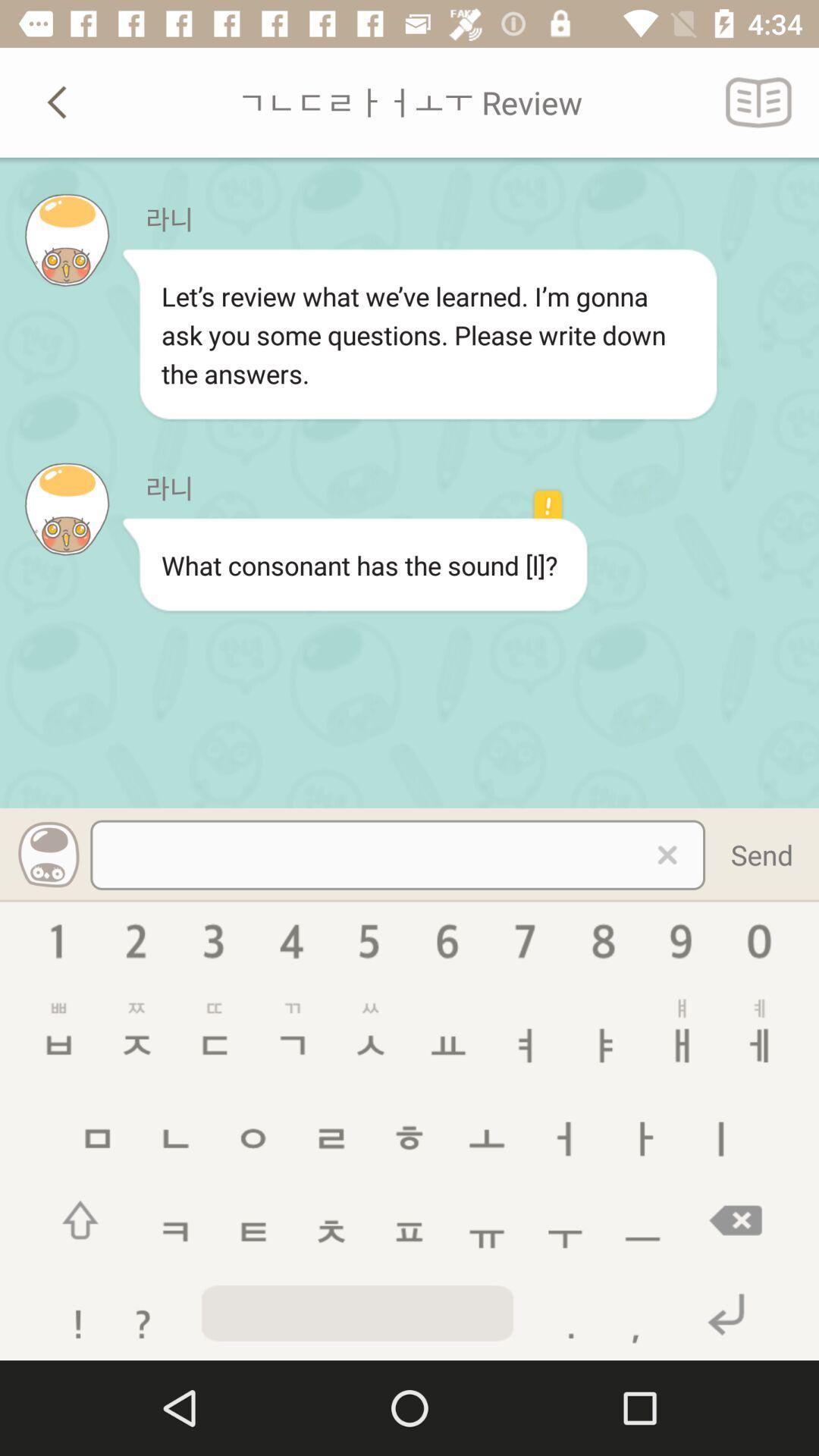 This screenshot has height=1456, width=819. What do you see at coordinates (330, 1127) in the screenshot?
I see `the menu icon` at bounding box center [330, 1127].